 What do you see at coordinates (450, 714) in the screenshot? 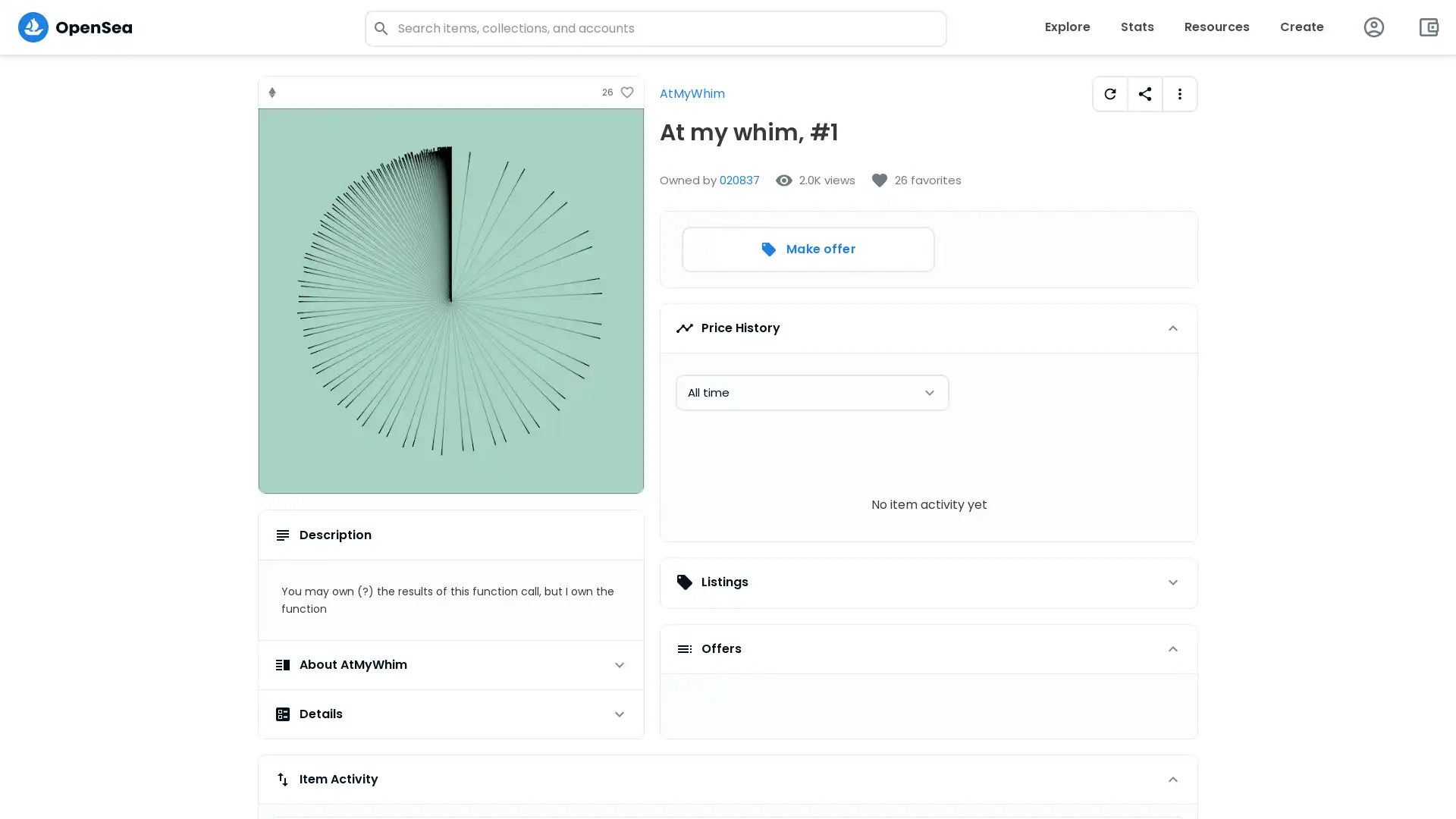
I see `Details` at bounding box center [450, 714].